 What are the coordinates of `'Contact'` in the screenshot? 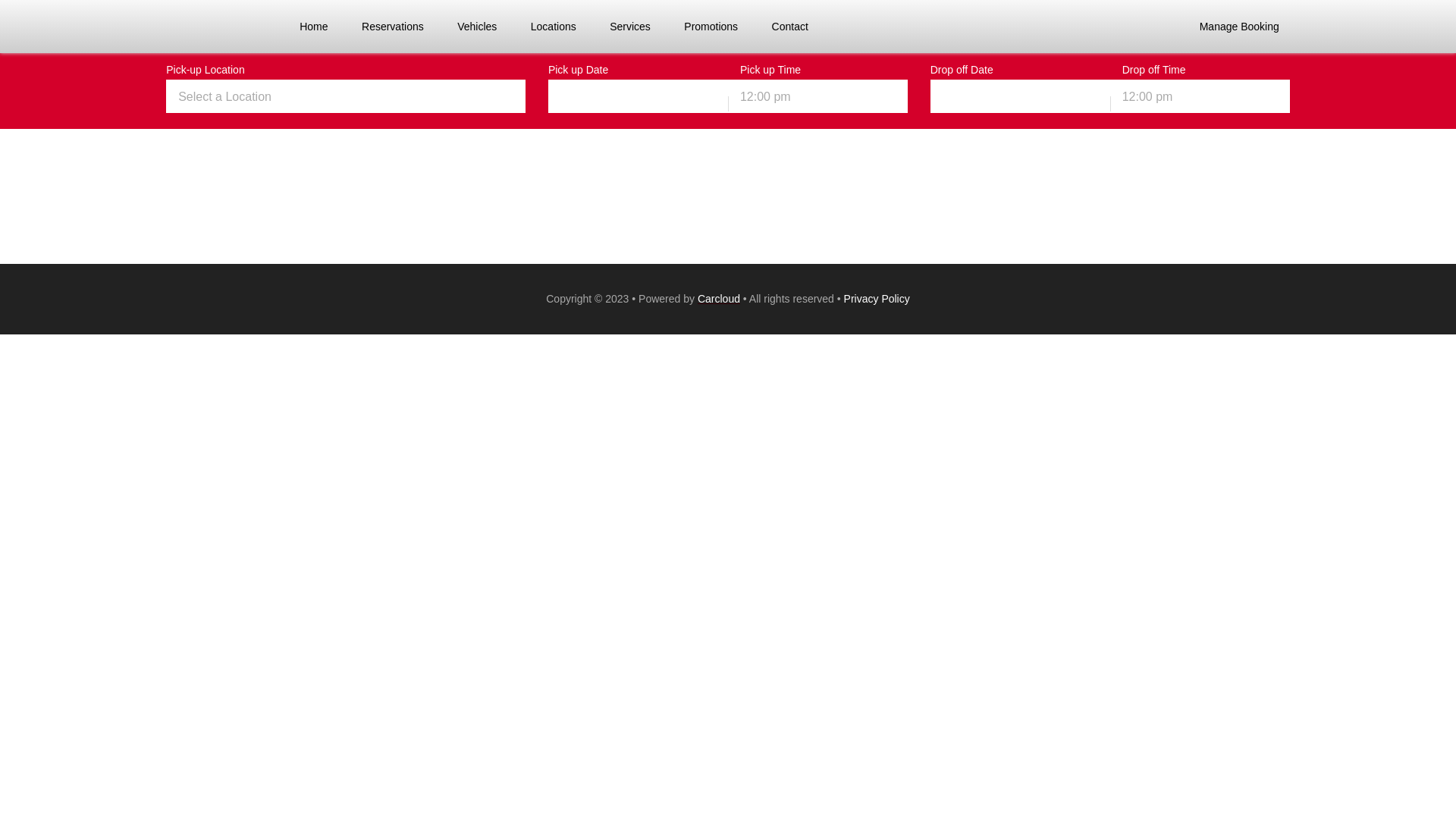 It's located at (789, 26).